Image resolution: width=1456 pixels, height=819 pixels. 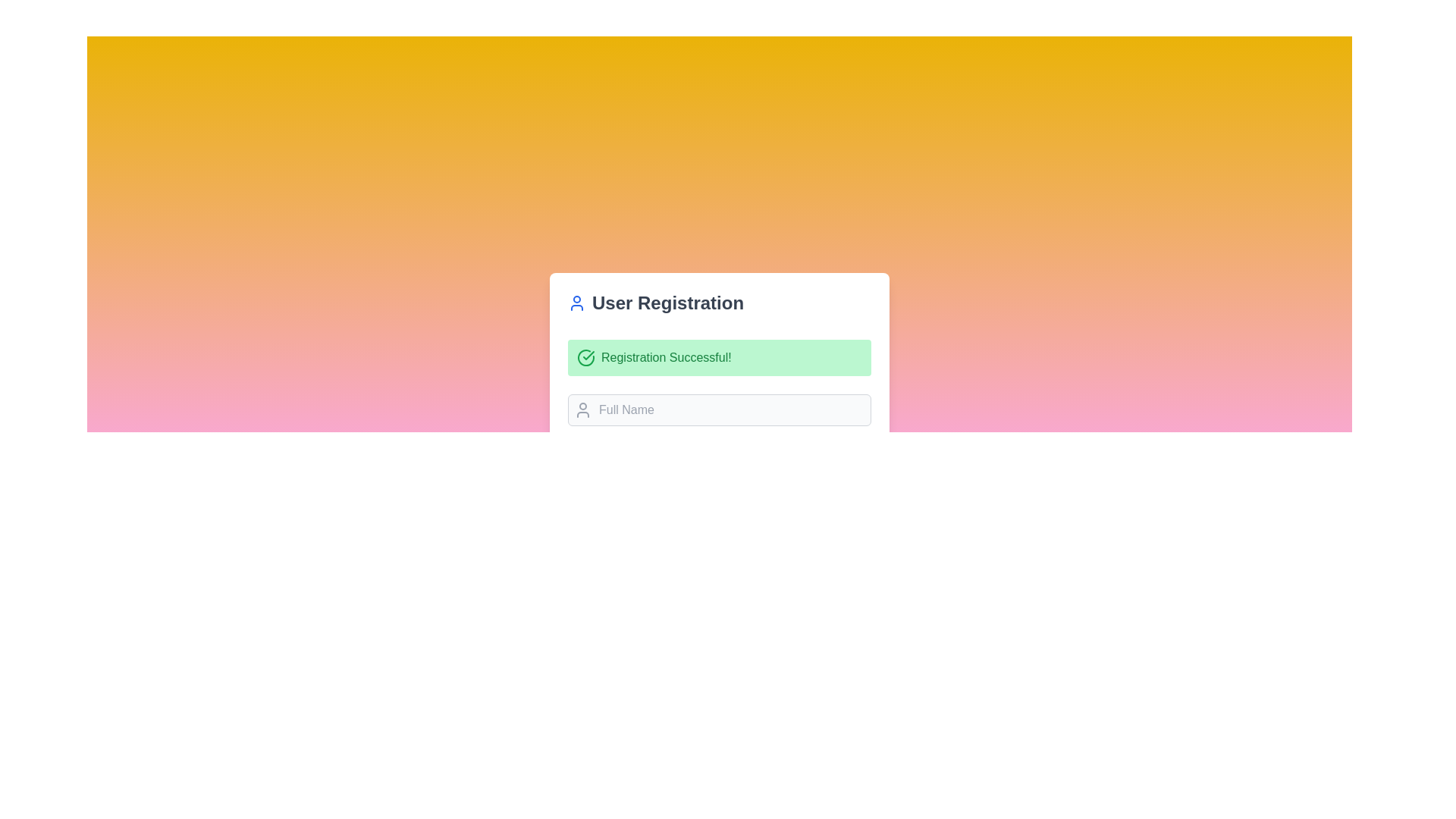 I want to click on the circular part of the confirmation icon located in the green 'Registration Successful!' bar, positioned to the left of the text and near the top-right of the interface, so click(x=585, y=357).